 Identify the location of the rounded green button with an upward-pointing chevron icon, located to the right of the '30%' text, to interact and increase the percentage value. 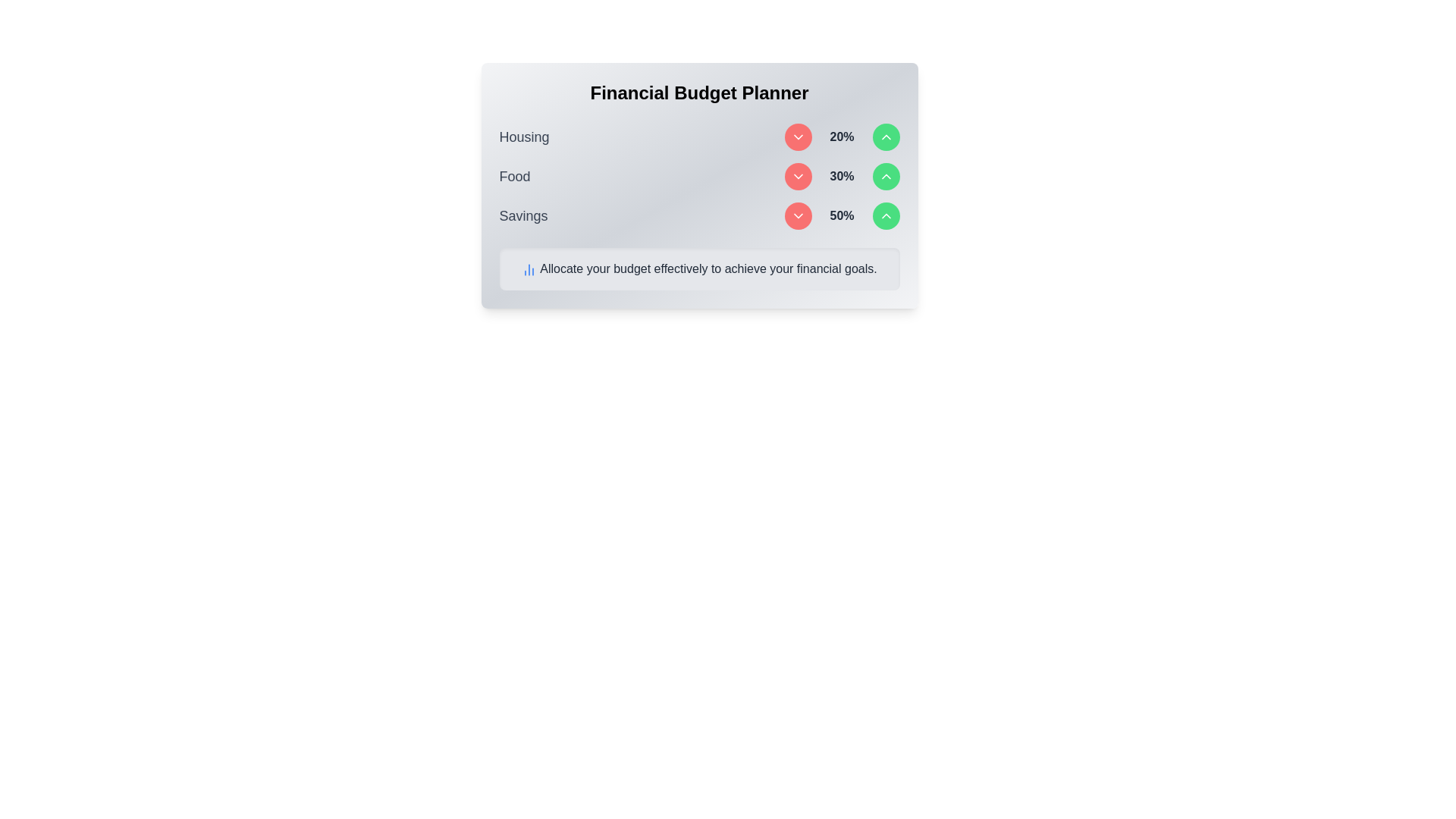
(886, 175).